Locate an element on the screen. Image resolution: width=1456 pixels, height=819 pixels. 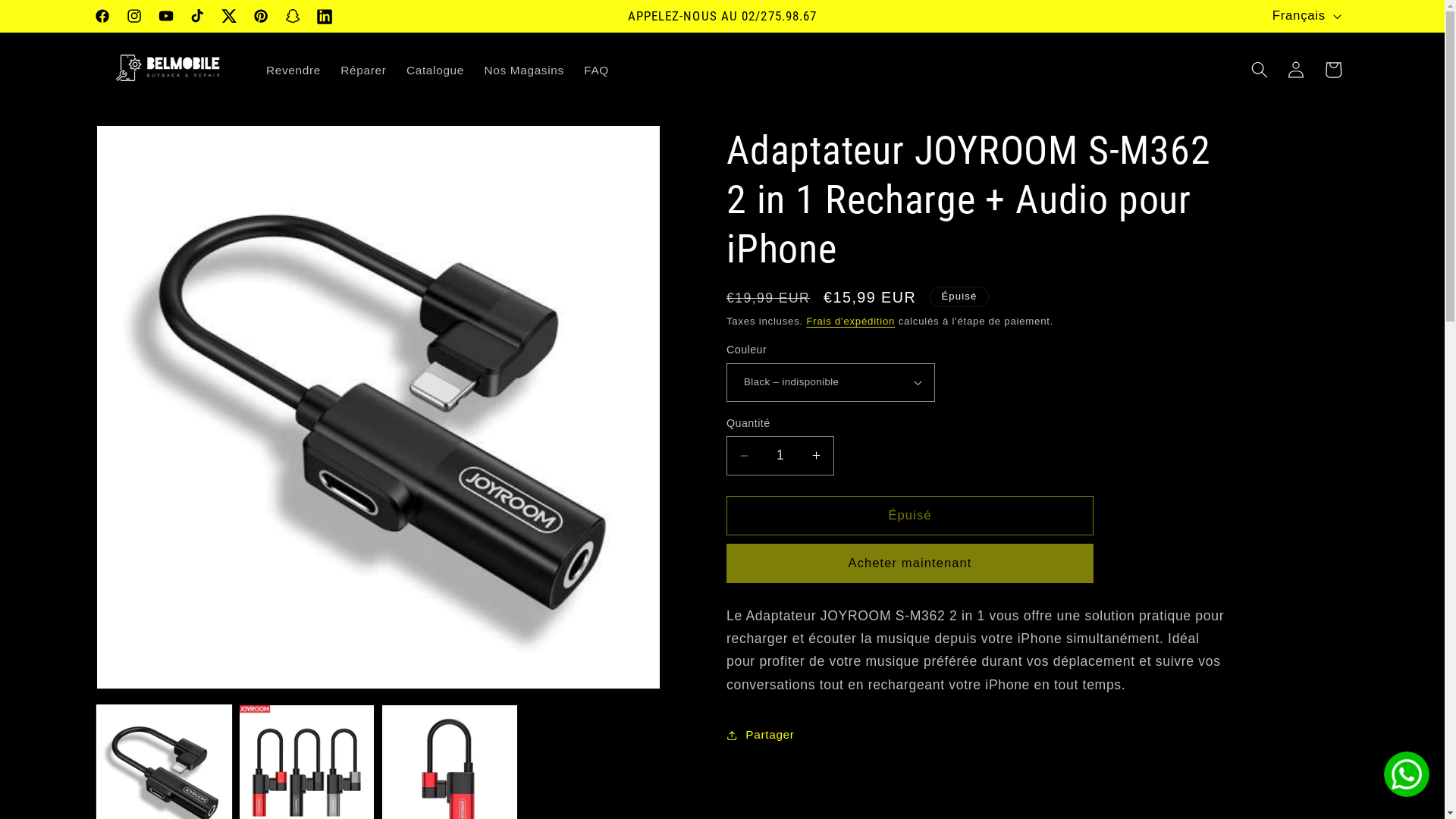
'Vimeo' is located at coordinates (308, 17).